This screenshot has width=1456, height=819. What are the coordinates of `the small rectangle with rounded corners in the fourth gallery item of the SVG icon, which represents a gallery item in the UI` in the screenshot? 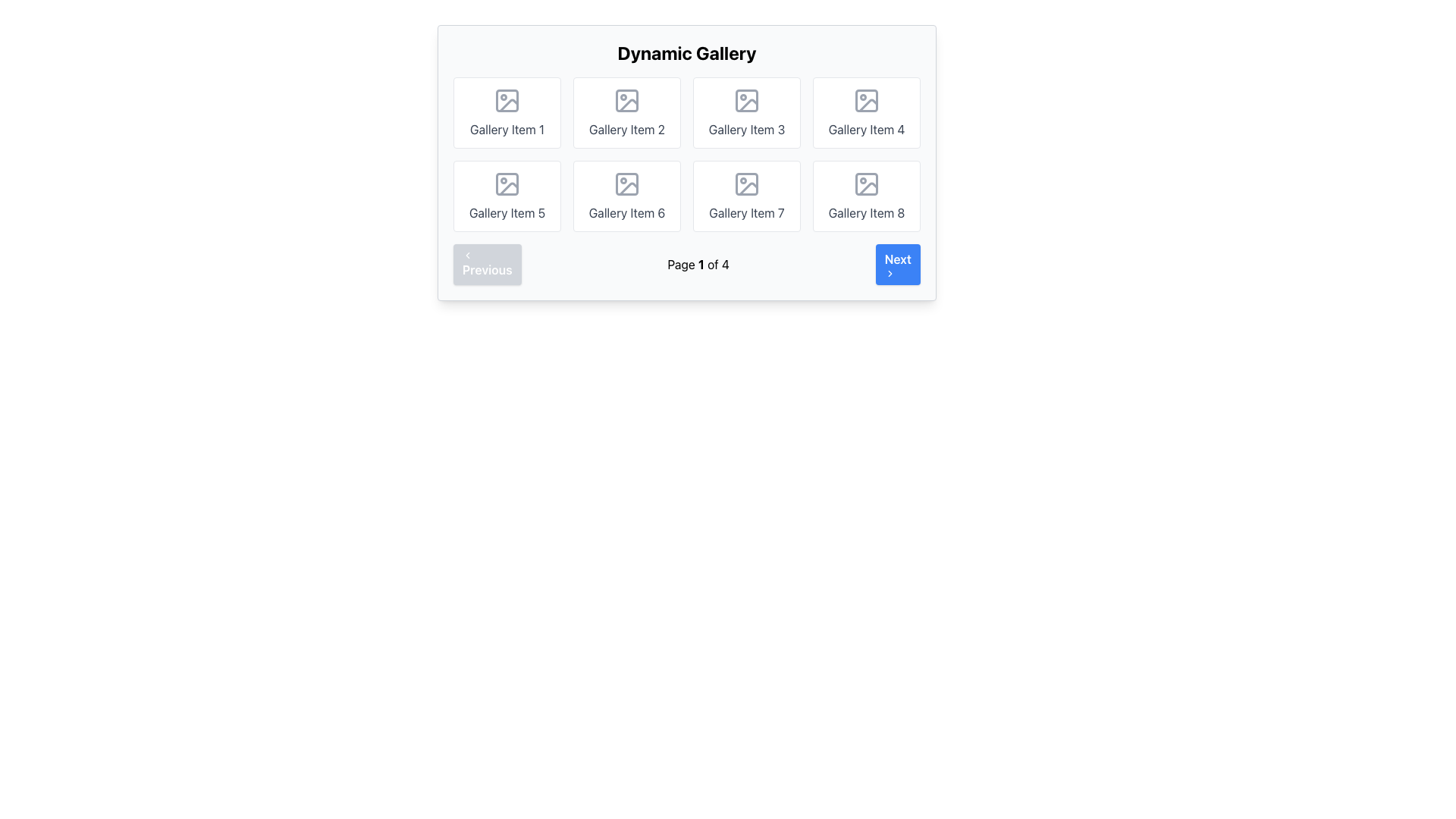 It's located at (866, 100).